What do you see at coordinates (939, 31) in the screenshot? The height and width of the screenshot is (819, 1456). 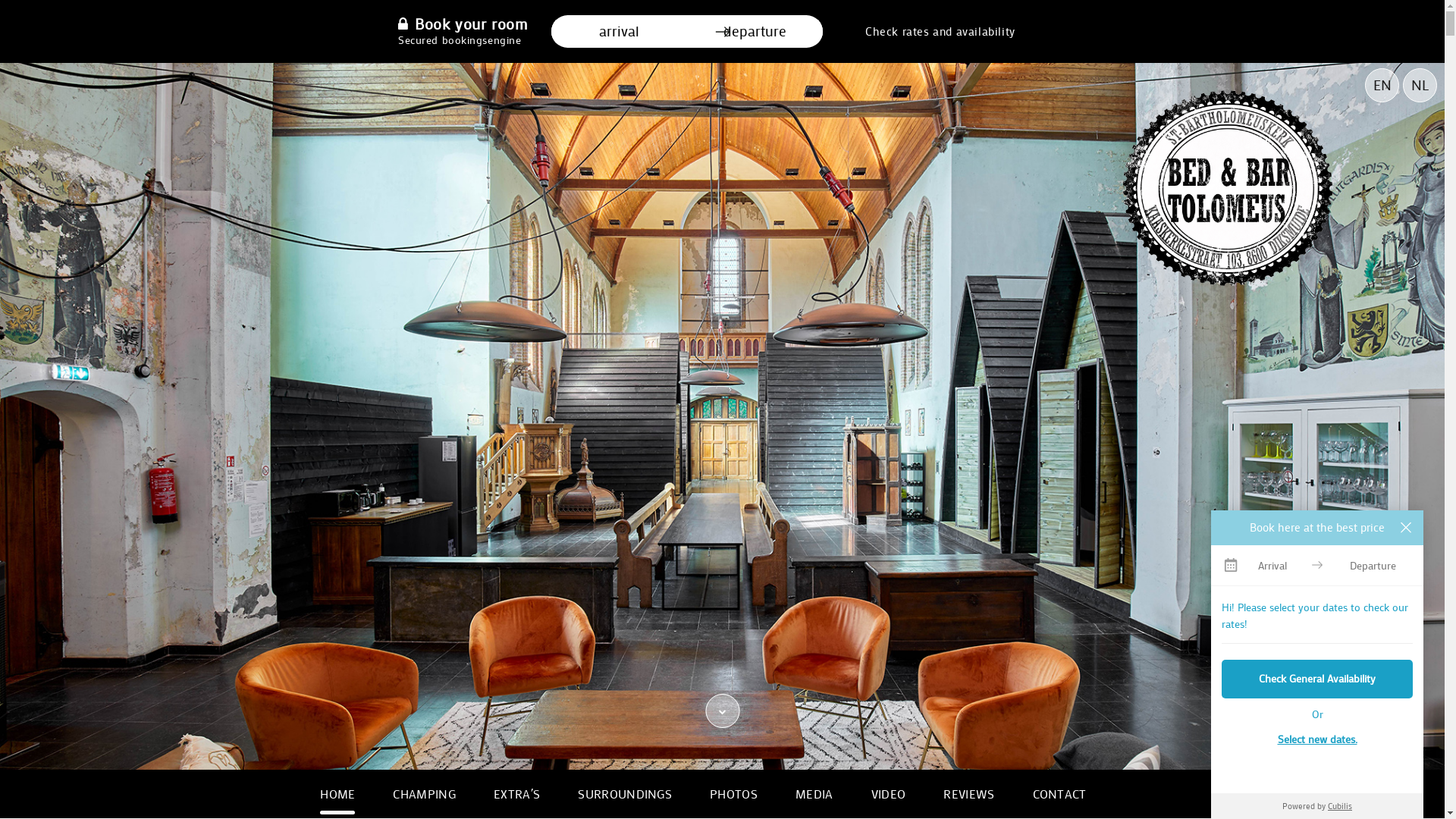 I see `'Check rates and availability'` at bounding box center [939, 31].